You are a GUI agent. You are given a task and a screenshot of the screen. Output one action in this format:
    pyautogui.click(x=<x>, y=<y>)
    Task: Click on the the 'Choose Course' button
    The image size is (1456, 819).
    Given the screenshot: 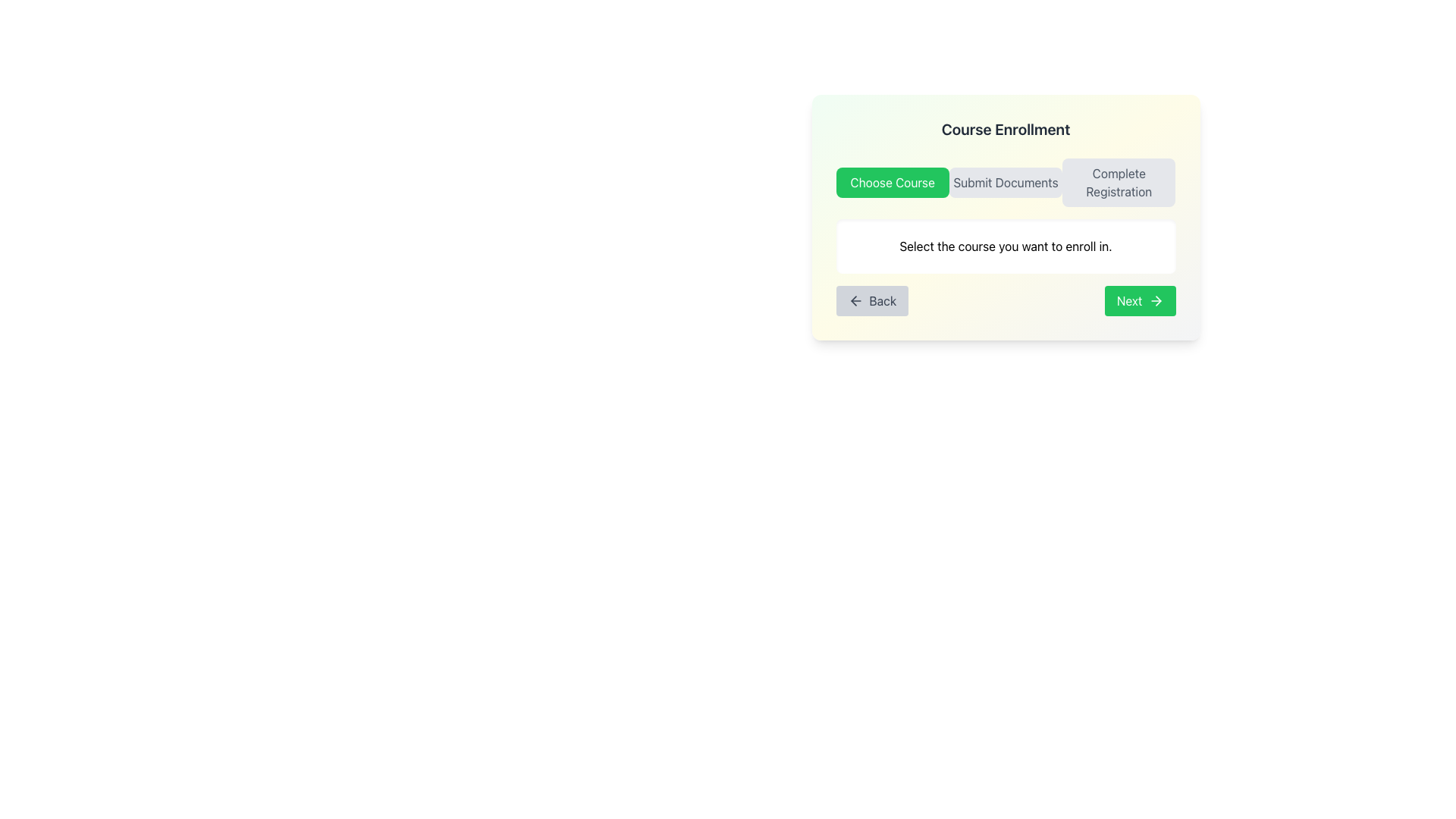 What is the action you would take?
    pyautogui.click(x=893, y=181)
    